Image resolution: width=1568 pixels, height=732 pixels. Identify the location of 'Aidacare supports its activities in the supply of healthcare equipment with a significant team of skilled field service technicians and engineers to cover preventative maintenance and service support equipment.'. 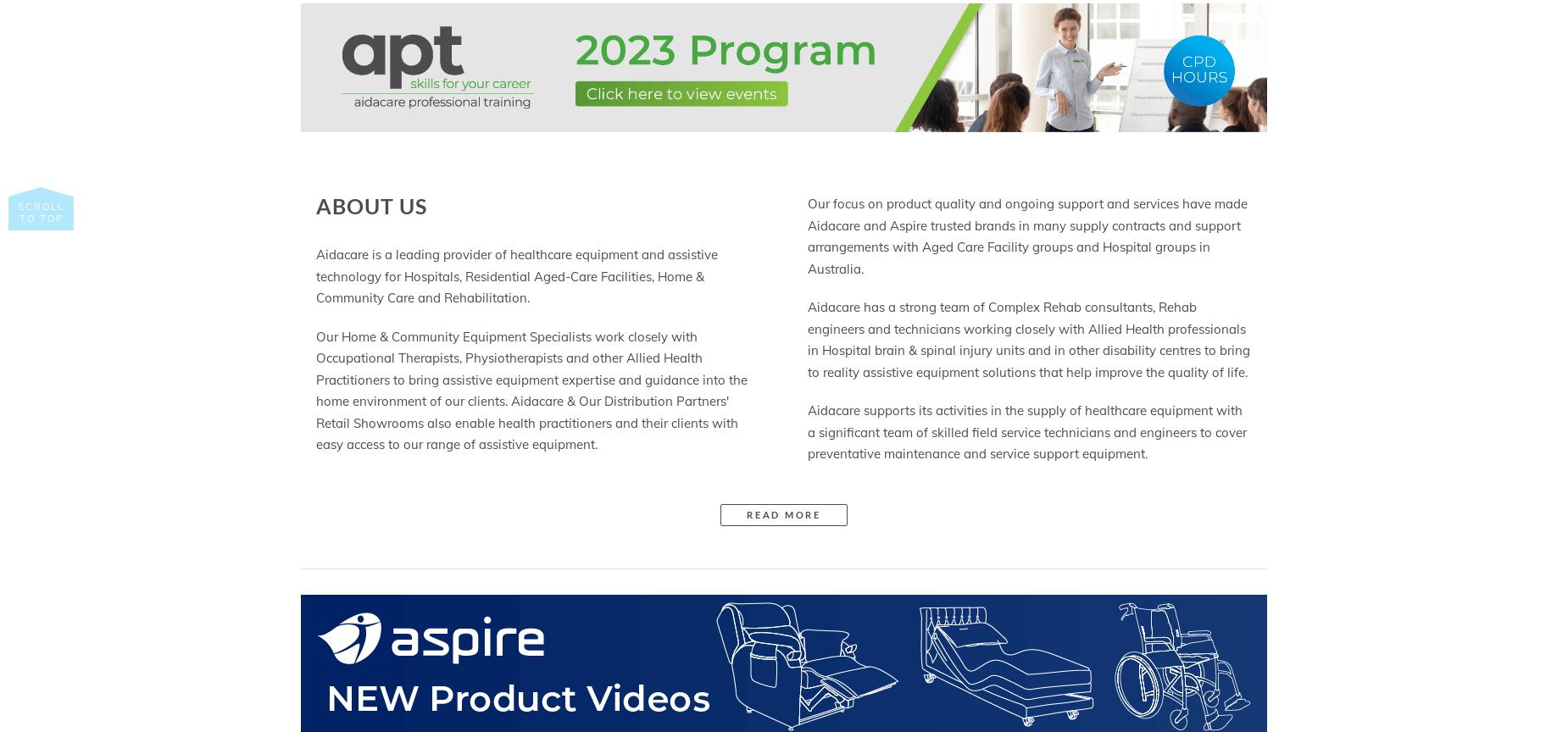
(1026, 432).